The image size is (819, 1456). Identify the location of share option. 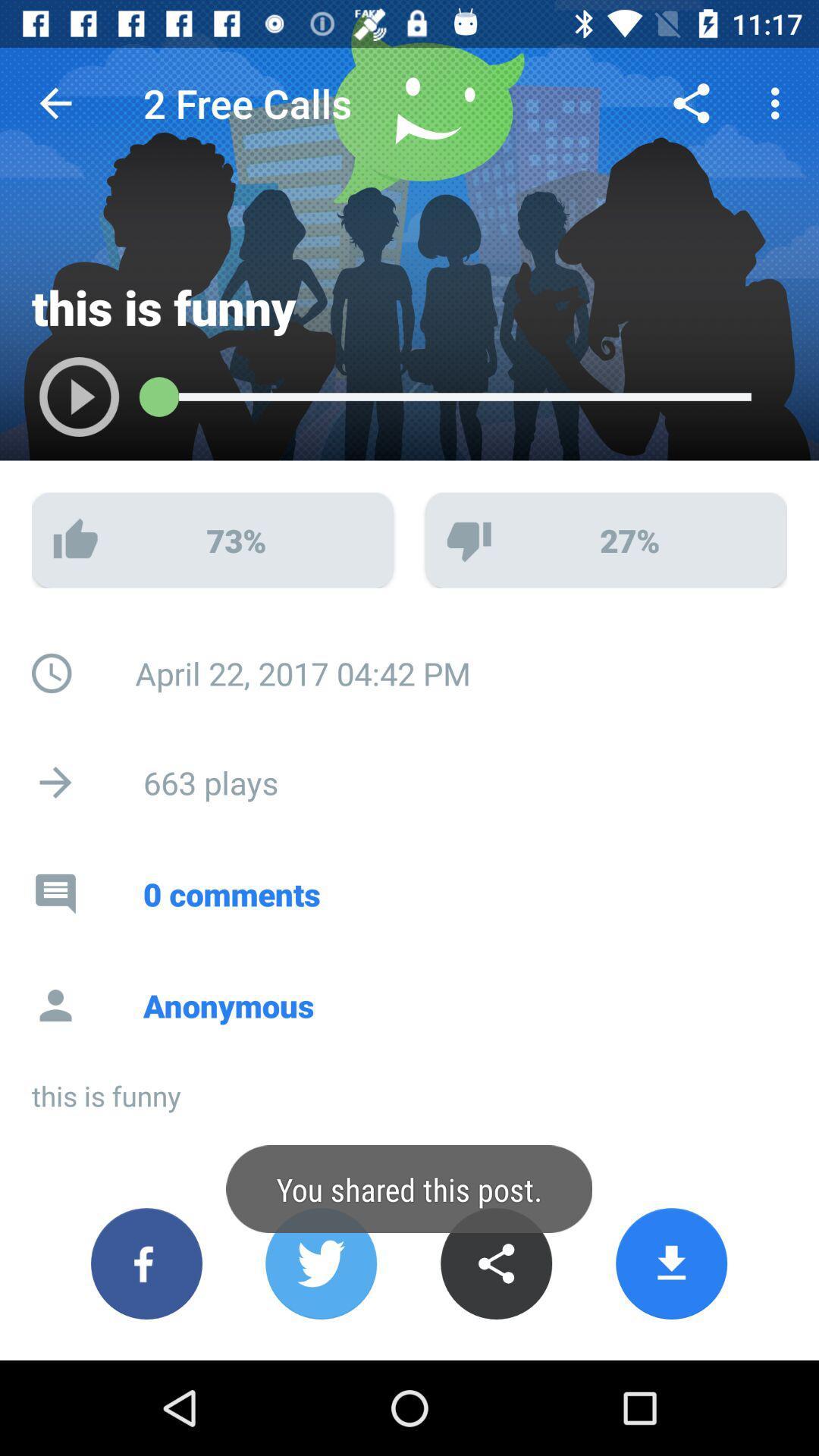
(496, 1263).